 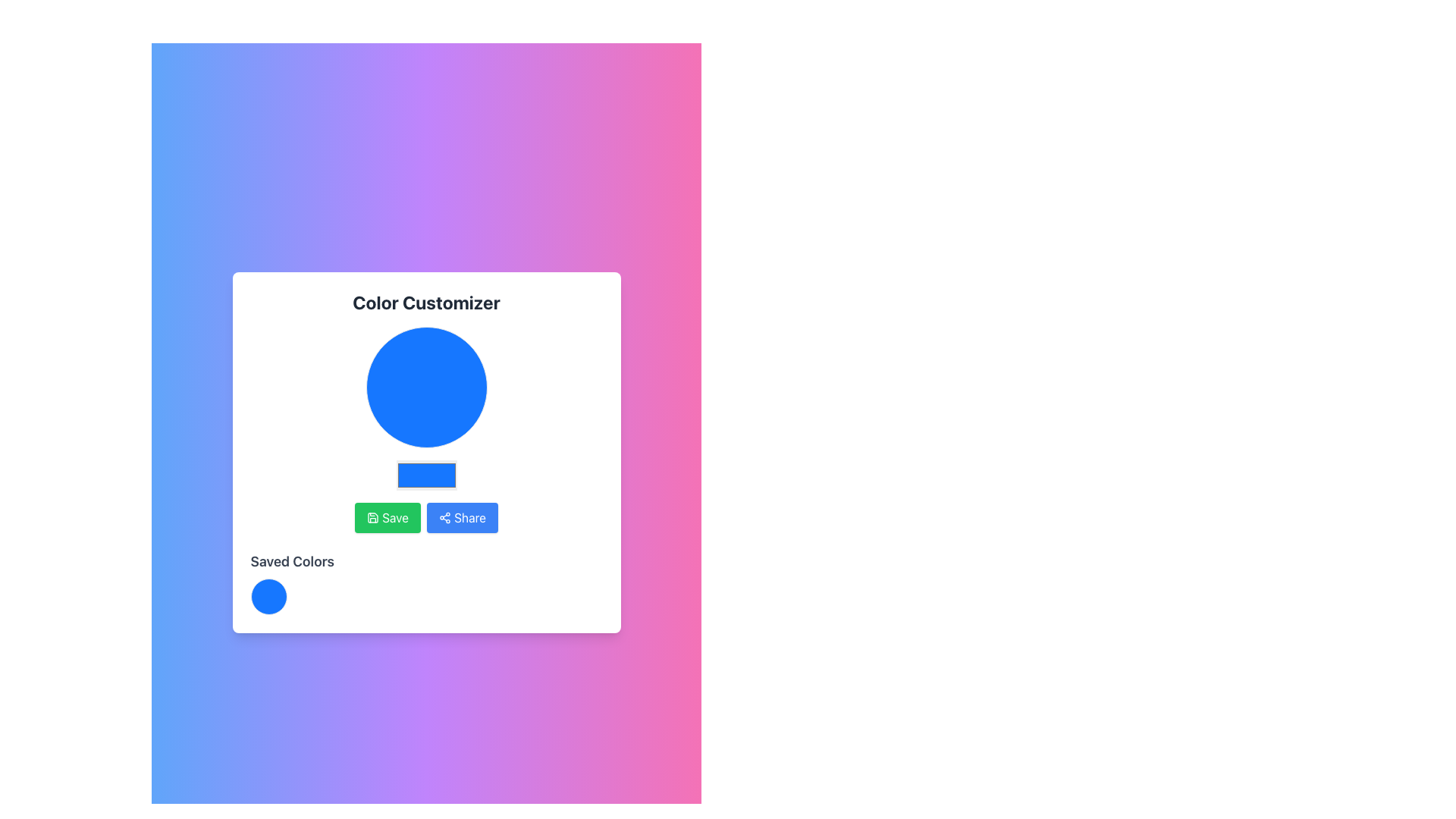 I want to click on the blue circular component centered within the 'Color Customizer' module, which is positioned above a smaller blue rectangular button, so click(x=425, y=386).